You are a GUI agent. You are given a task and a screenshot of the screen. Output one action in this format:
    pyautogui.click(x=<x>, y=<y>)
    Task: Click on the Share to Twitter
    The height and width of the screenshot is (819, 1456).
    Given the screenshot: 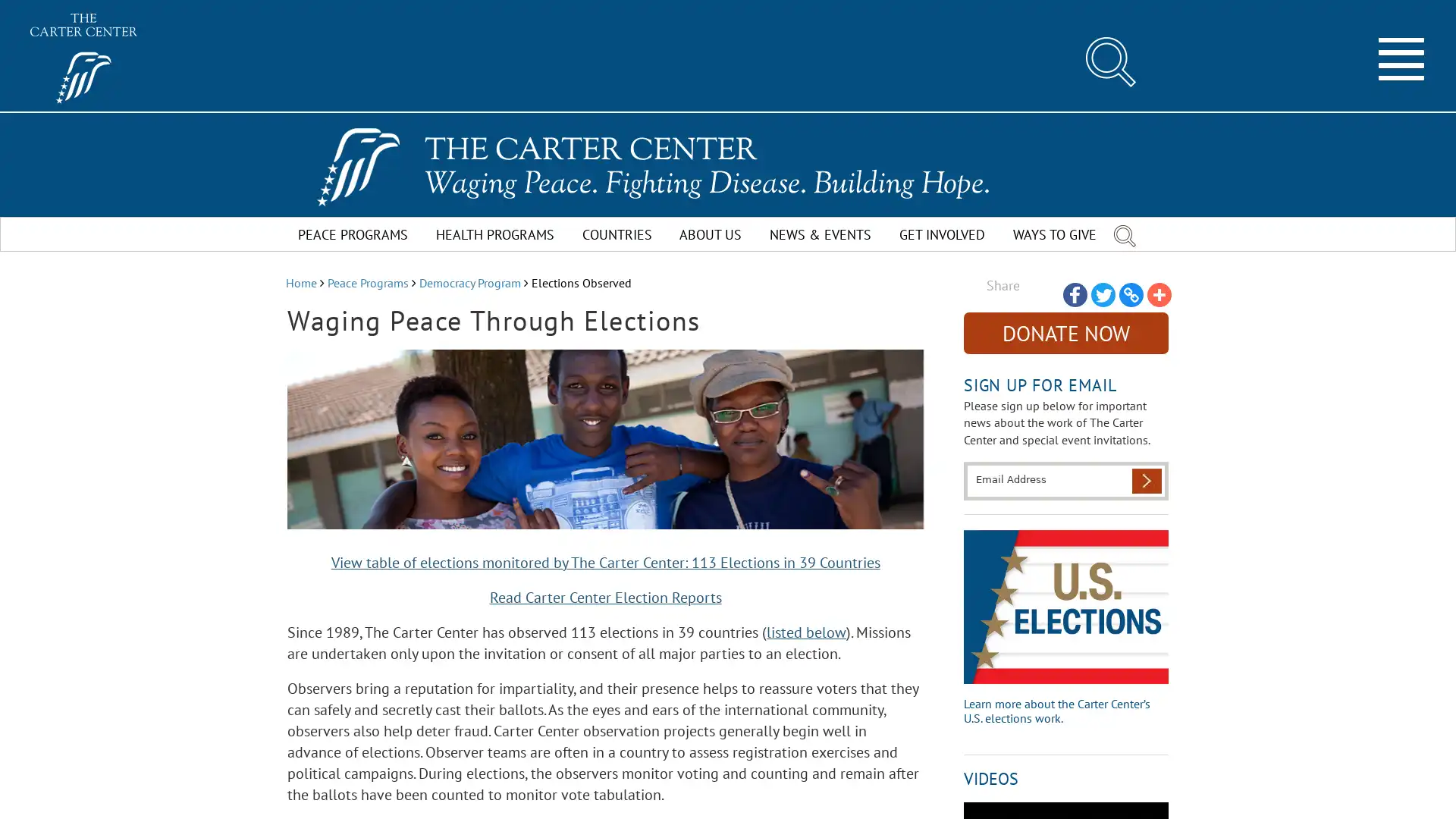 What is the action you would take?
    pyautogui.click(x=1103, y=180)
    